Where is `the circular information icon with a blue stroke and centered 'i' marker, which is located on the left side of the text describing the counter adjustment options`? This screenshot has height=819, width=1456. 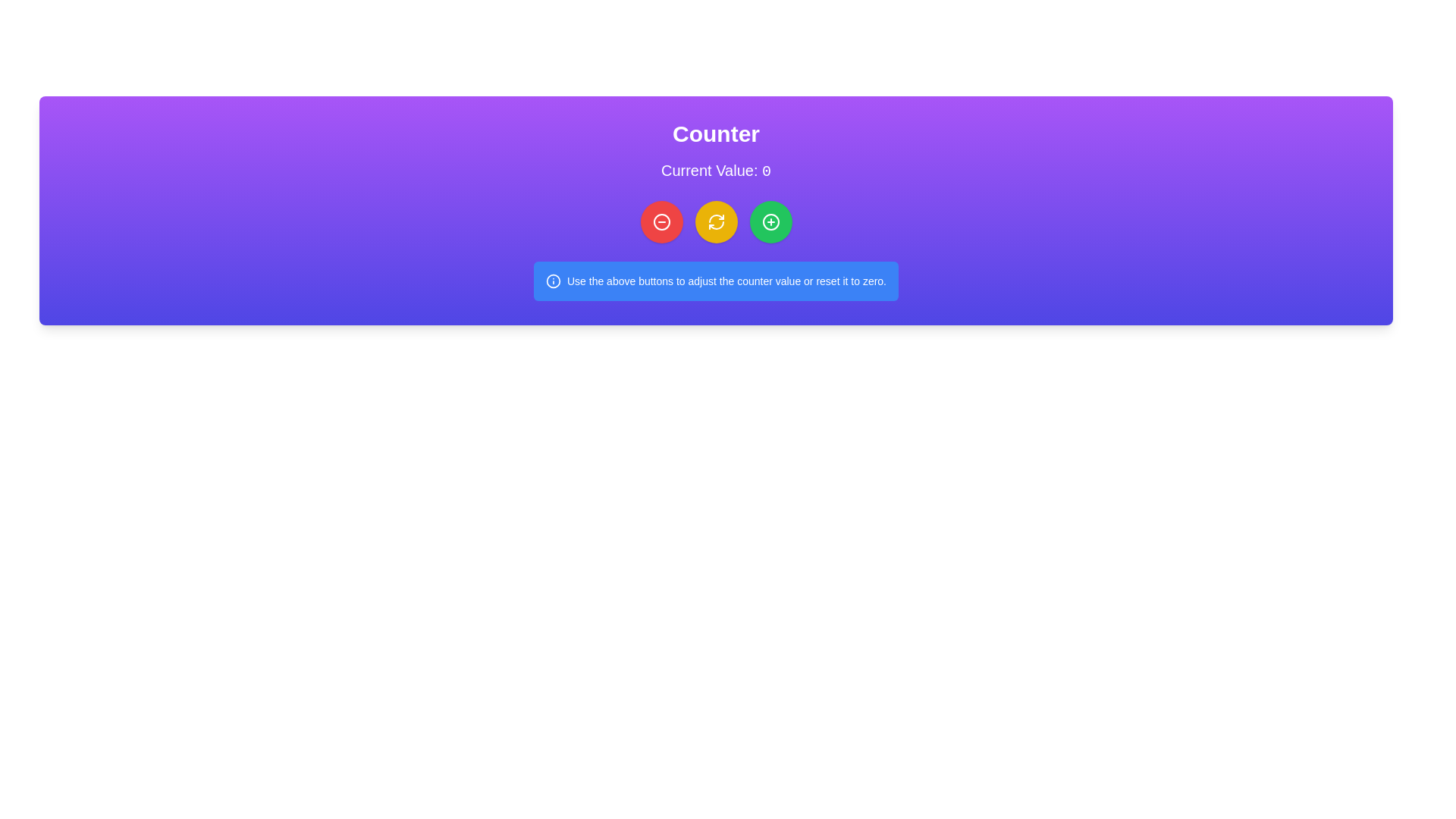
the circular information icon with a blue stroke and centered 'i' marker, which is located on the left side of the text describing the counter adjustment options is located at coordinates (552, 281).